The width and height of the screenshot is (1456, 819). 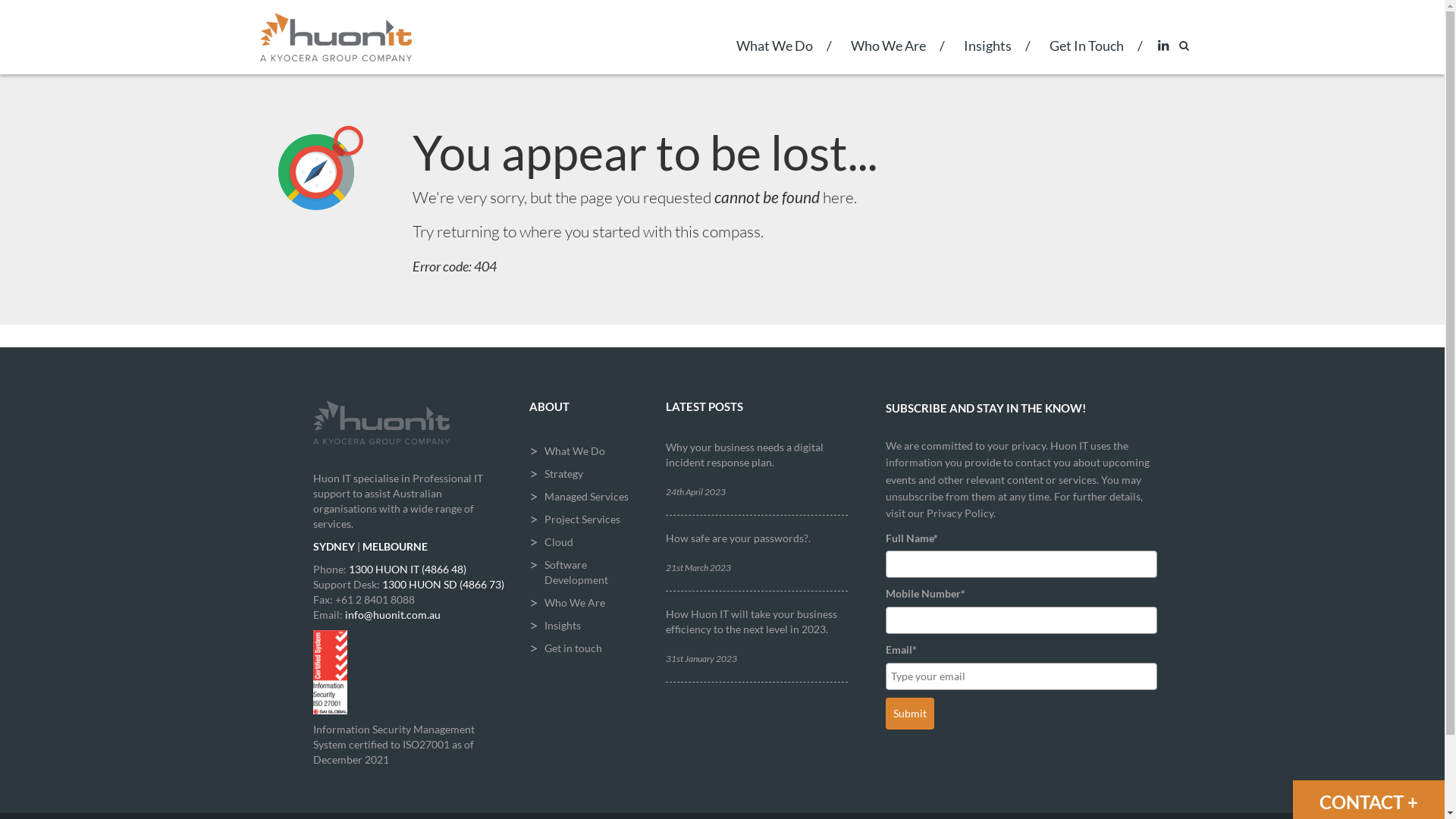 What do you see at coordinates (736, 537) in the screenshot?
I see `'How safe are your passwords?'` at bounding box center [736, 537].